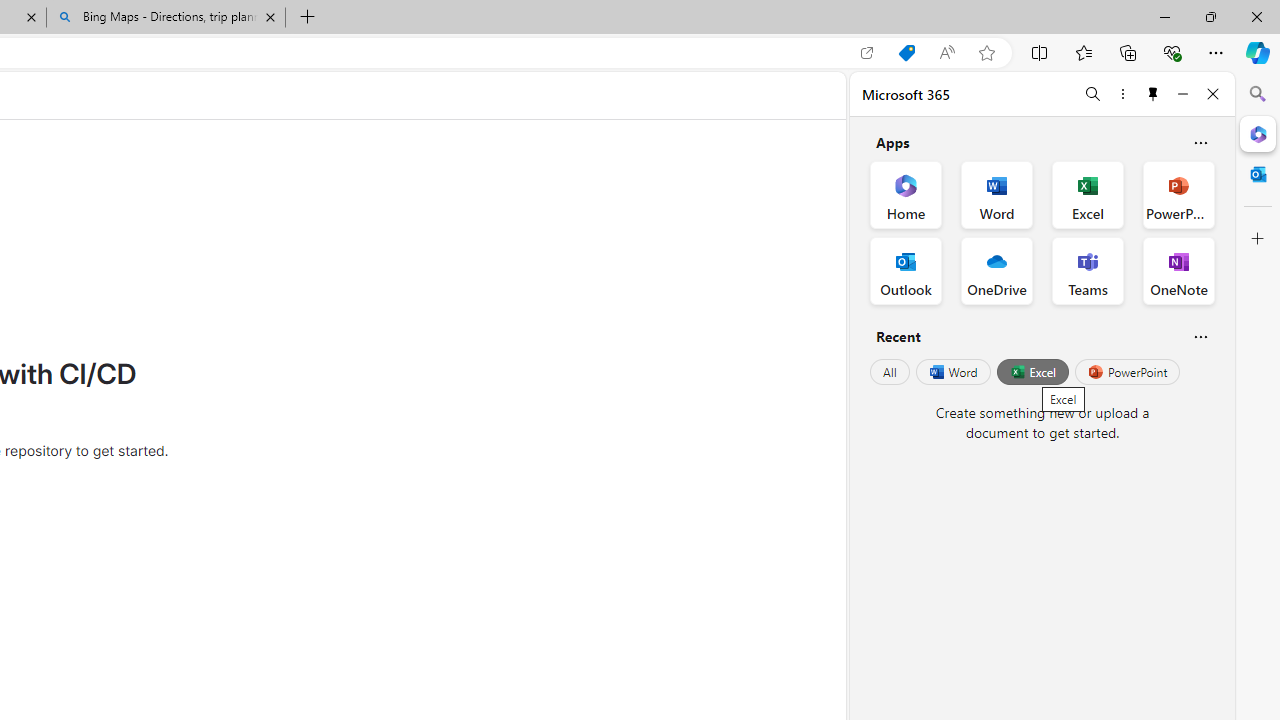  I want to click on 'Excel', so click(1032, 372).